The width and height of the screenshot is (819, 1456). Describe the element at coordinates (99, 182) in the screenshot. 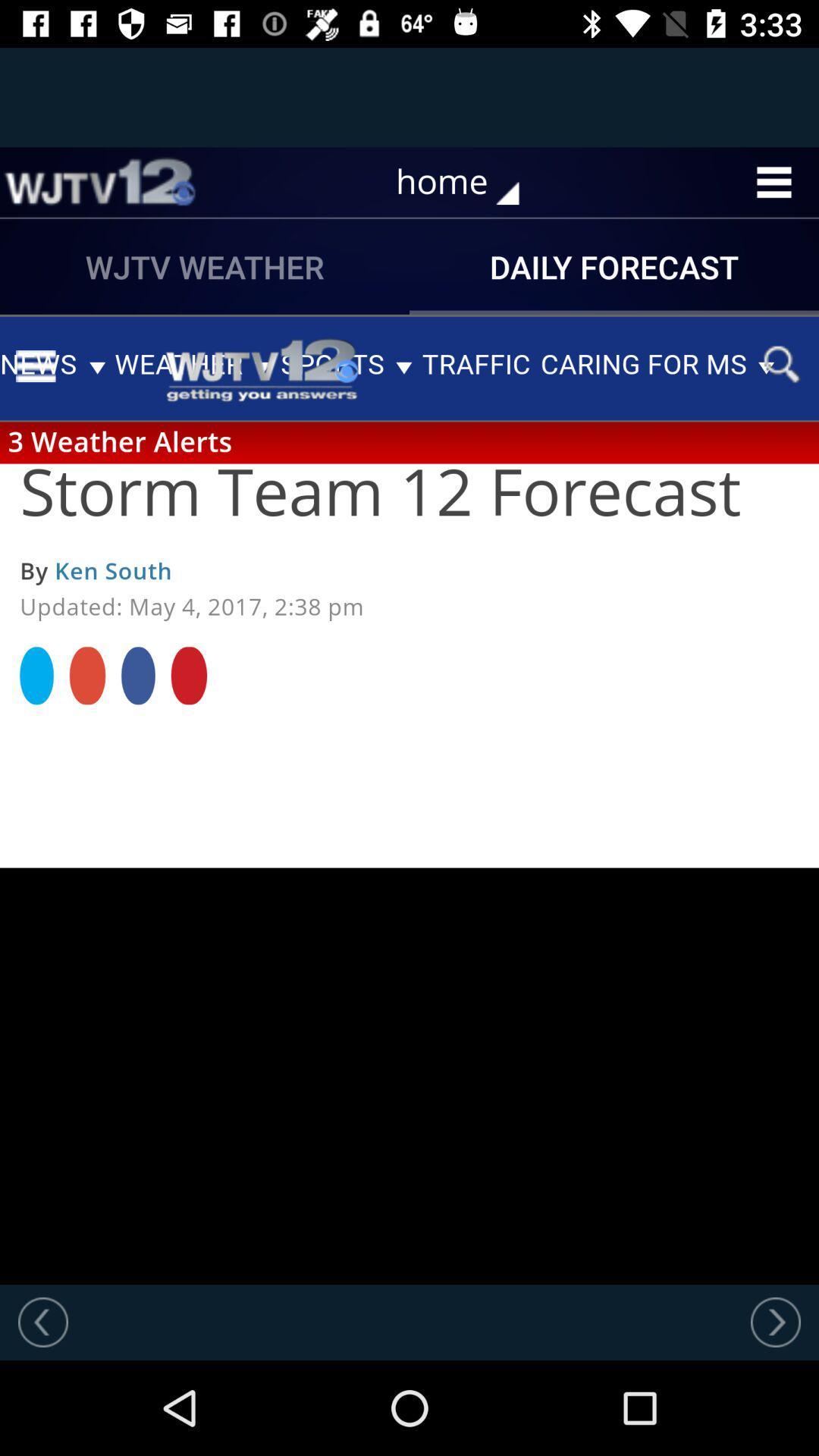

I see `item to the left of home item` at that location.